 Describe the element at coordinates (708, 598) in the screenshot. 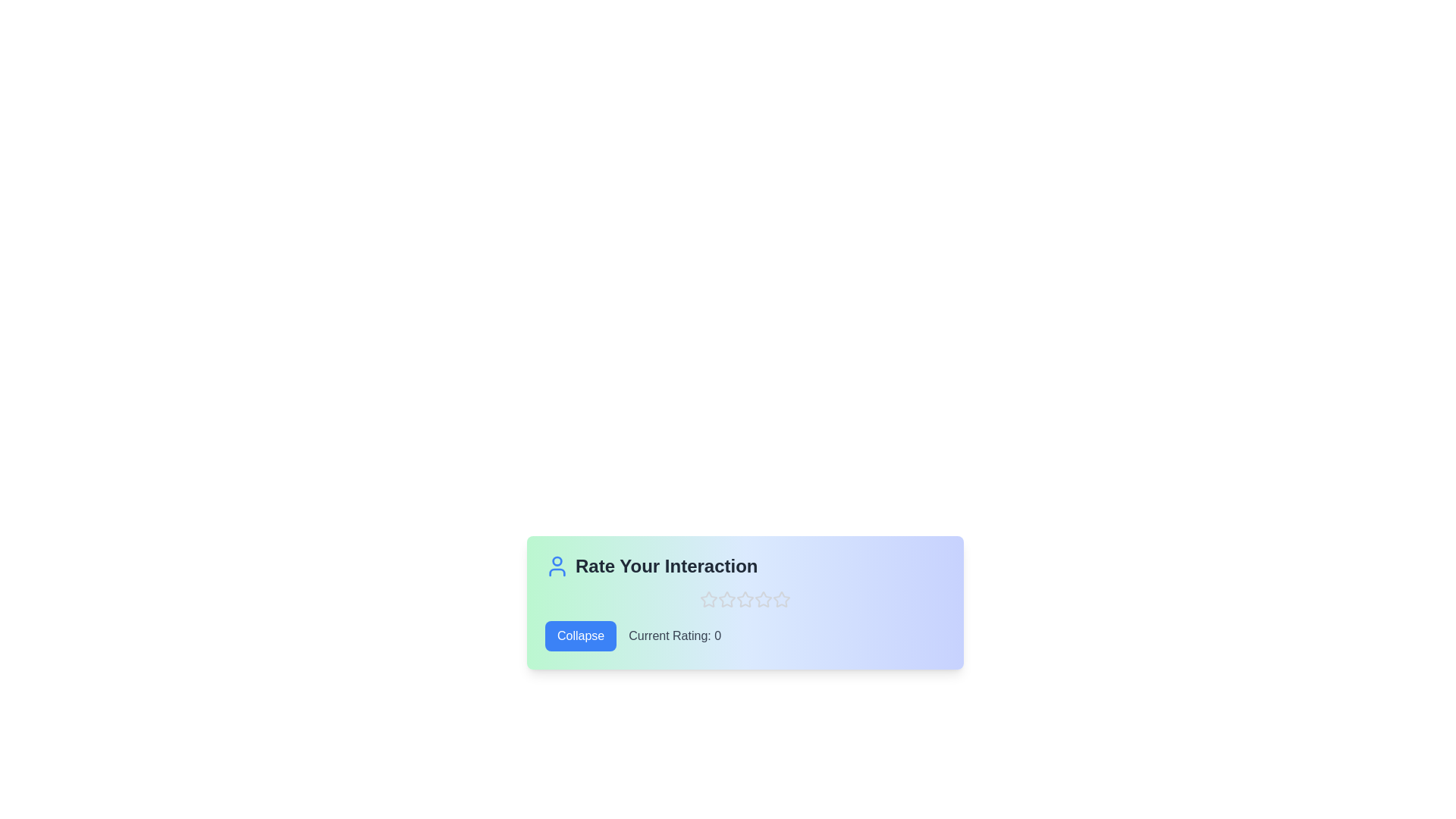

I see `the star corresponding to the desired rating 1` at that location.